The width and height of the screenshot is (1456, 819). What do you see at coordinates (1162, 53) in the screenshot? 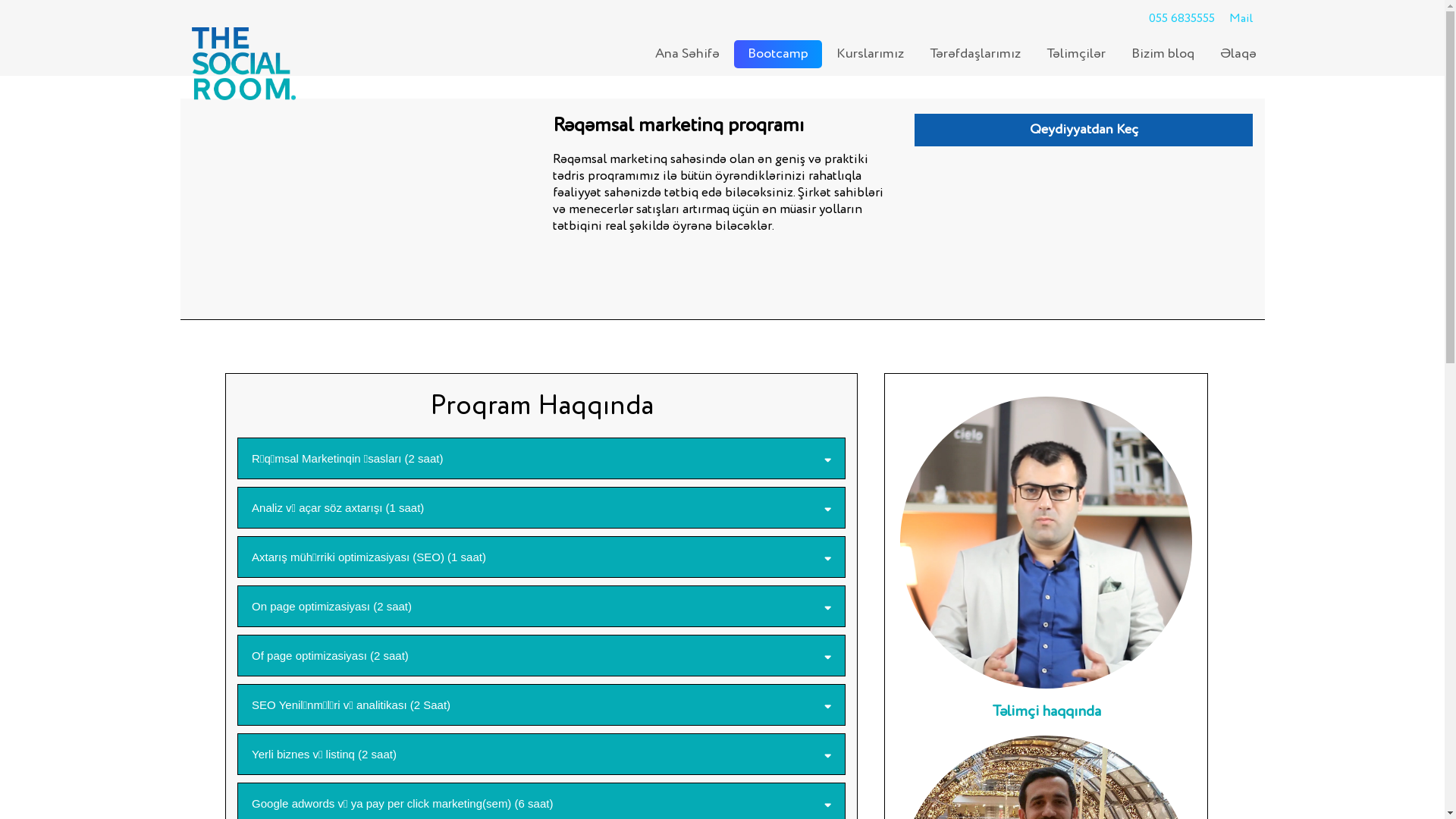
I see `'Bizim bloq'` at bounding box center [1162, 53].